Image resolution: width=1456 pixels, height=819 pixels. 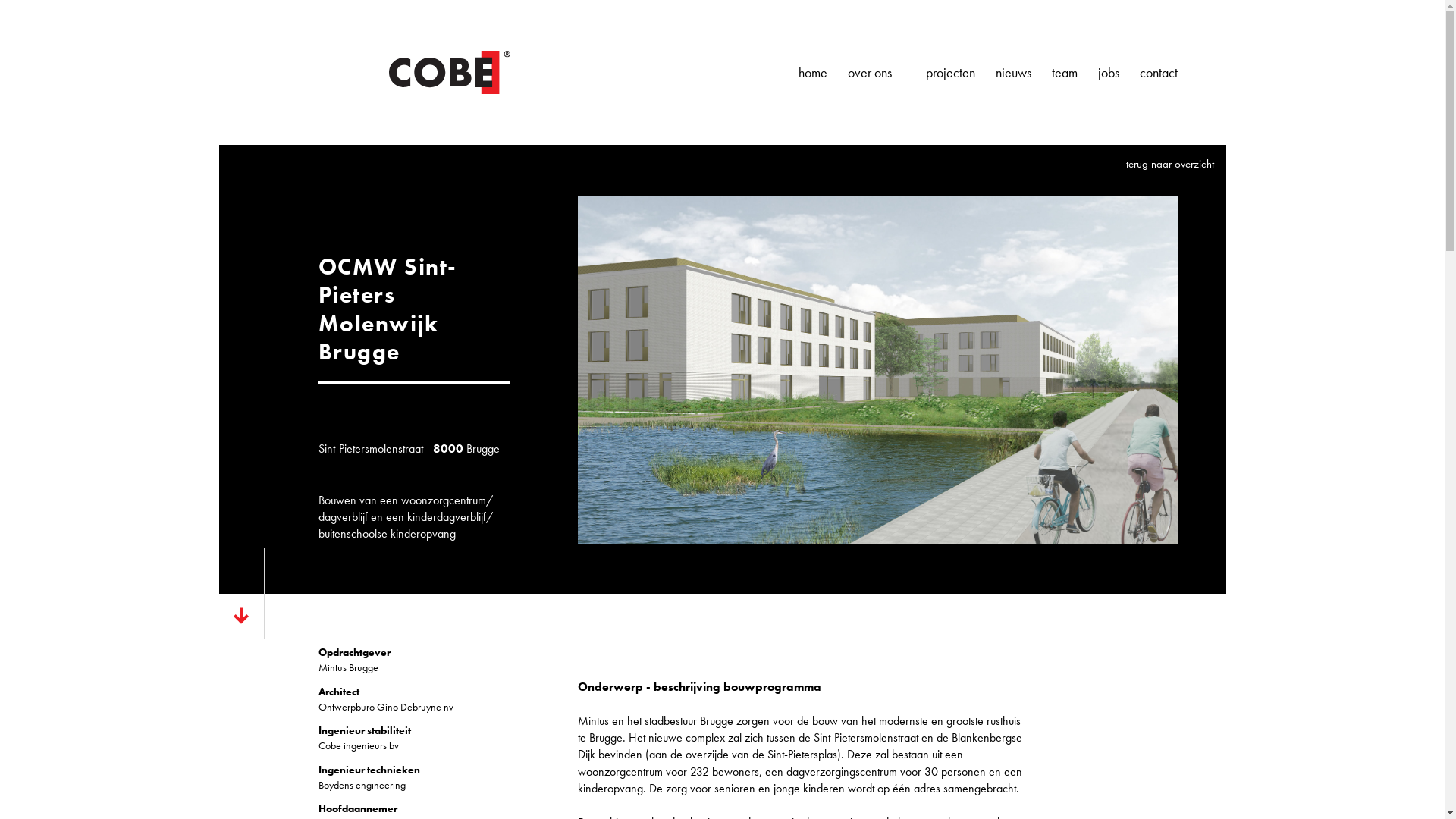 What do you see at coordinates (1050, 73) in the screenshot?
I see `'team'` at bounding box center [1050, 73].